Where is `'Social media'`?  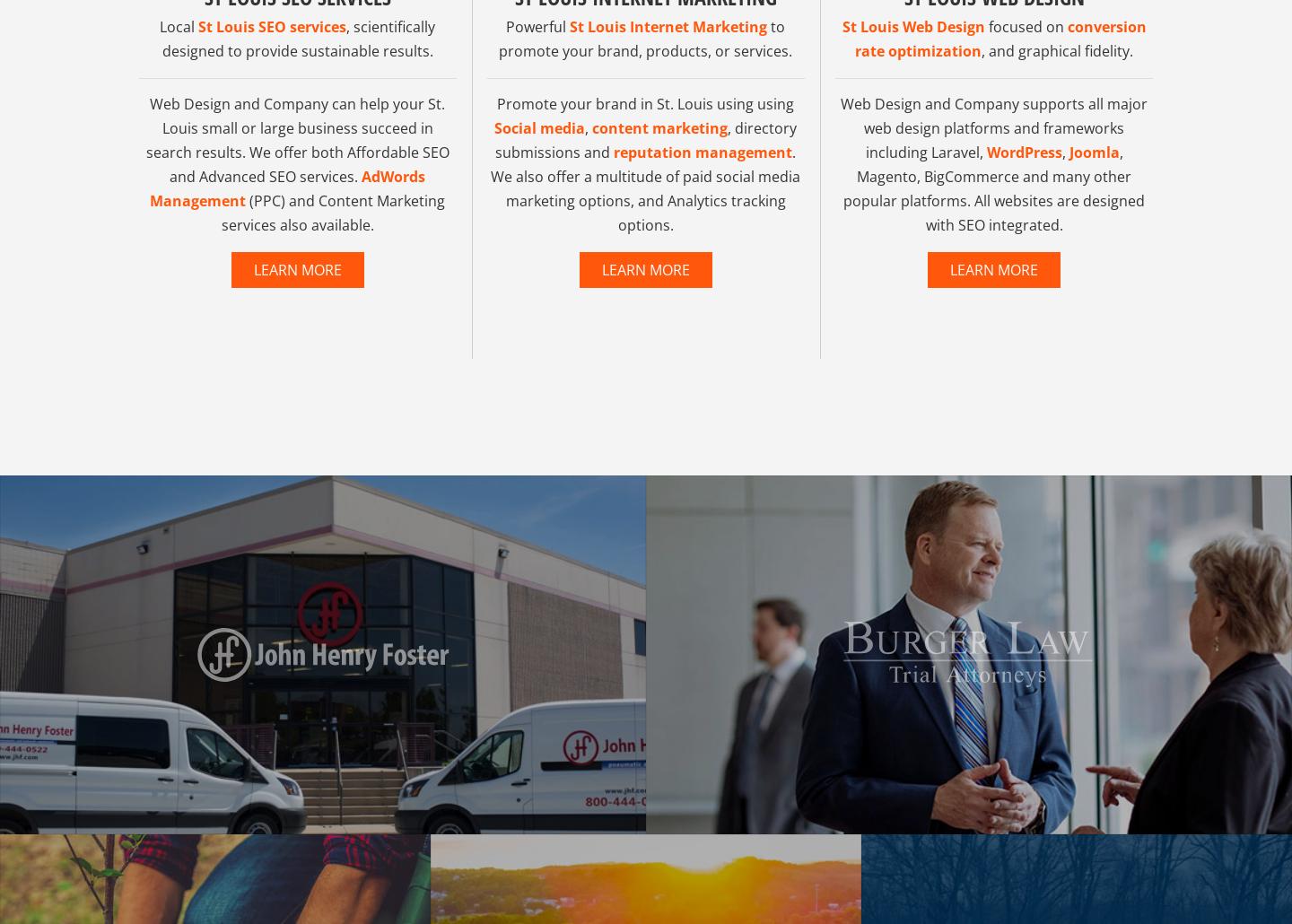 'Social media' is located at coordinates (493, 161).